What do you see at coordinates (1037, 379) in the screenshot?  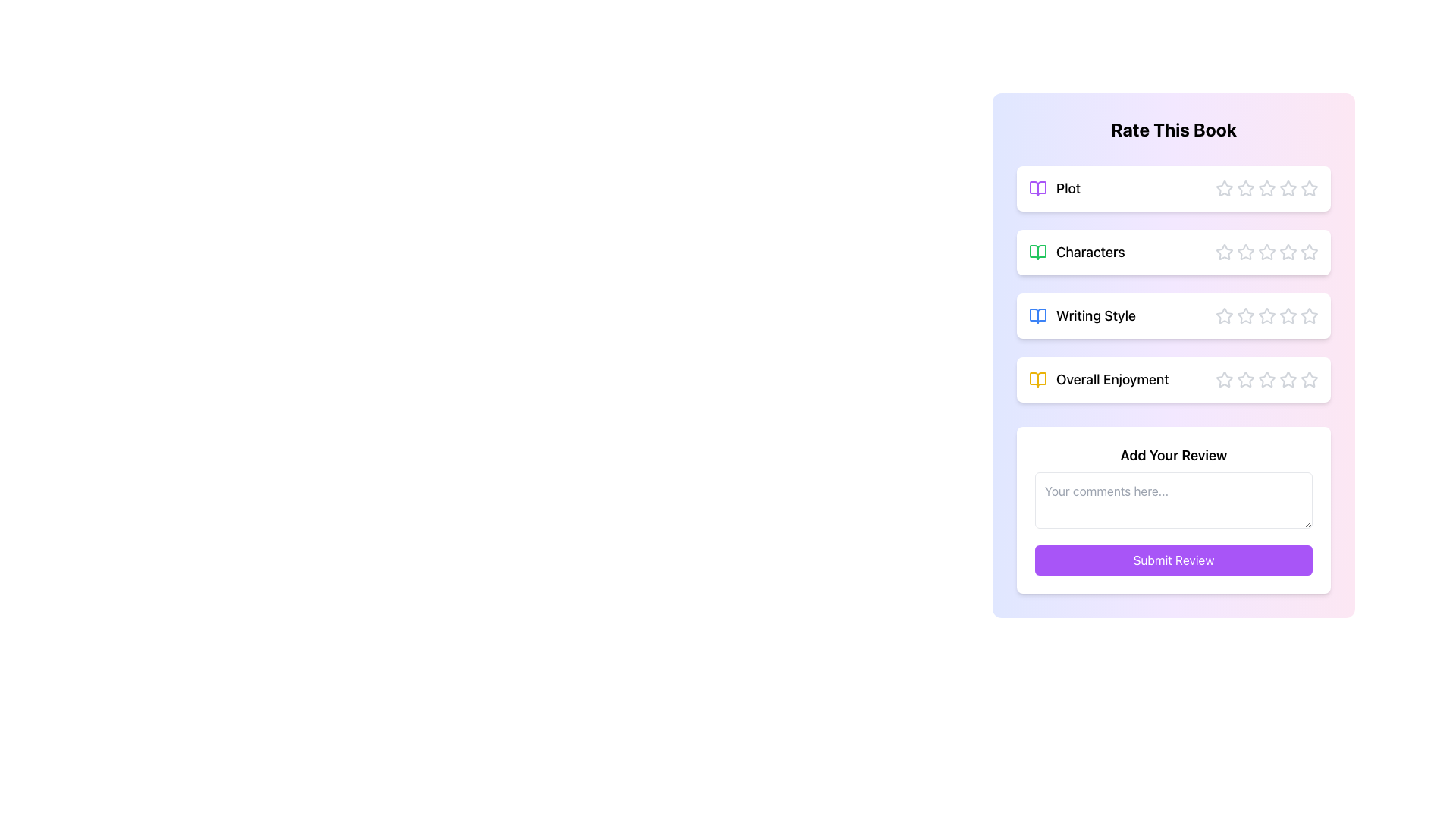 I see `the bottom-left part of the yellow open book icon, which is part of the 'Overall Enjoyment' rating section` at bounding box center [1037, 379].